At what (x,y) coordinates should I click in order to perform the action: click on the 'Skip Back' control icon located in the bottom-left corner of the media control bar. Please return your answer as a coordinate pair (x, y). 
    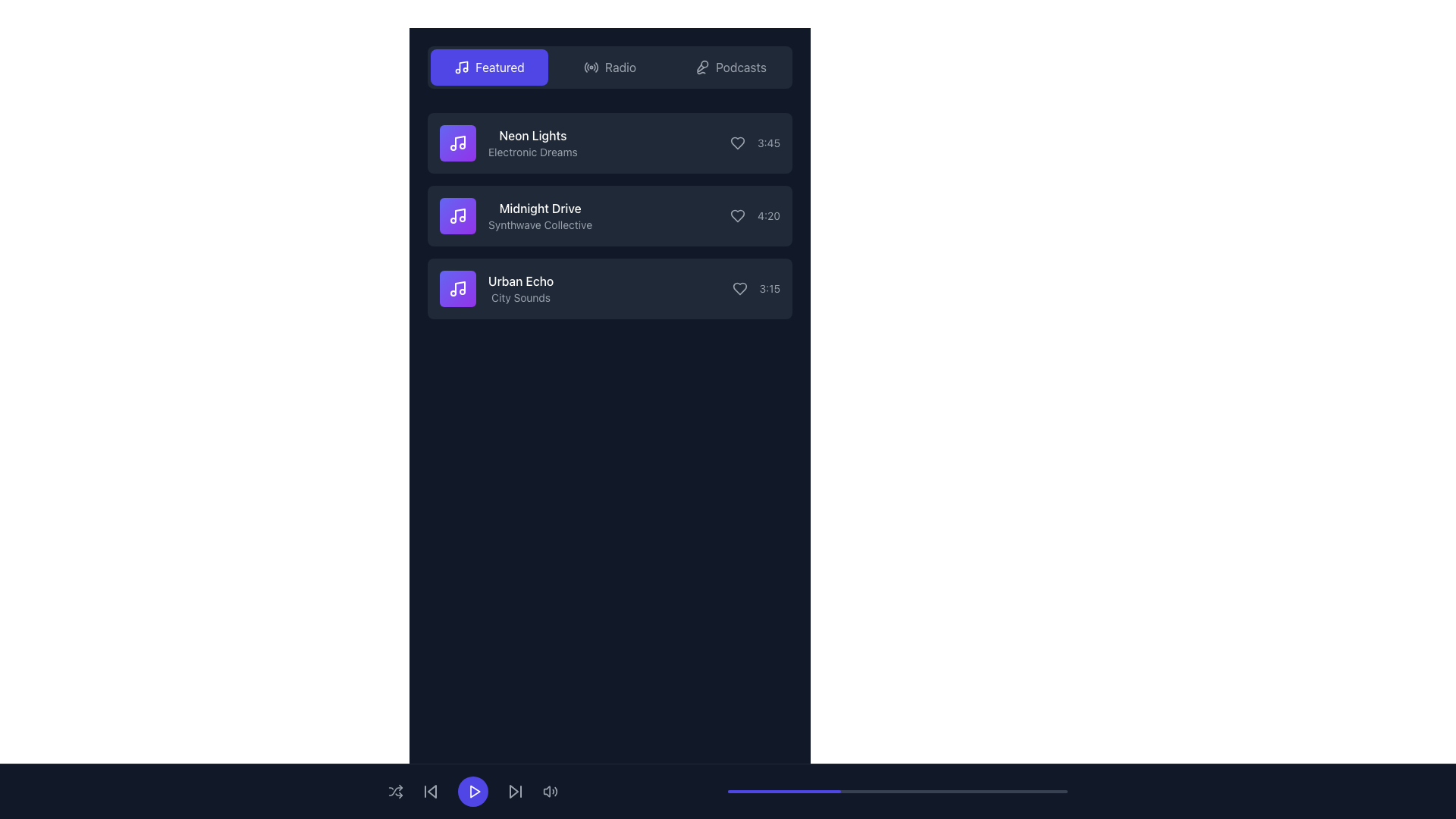
    Looking at the image, I should click on (431, 791).